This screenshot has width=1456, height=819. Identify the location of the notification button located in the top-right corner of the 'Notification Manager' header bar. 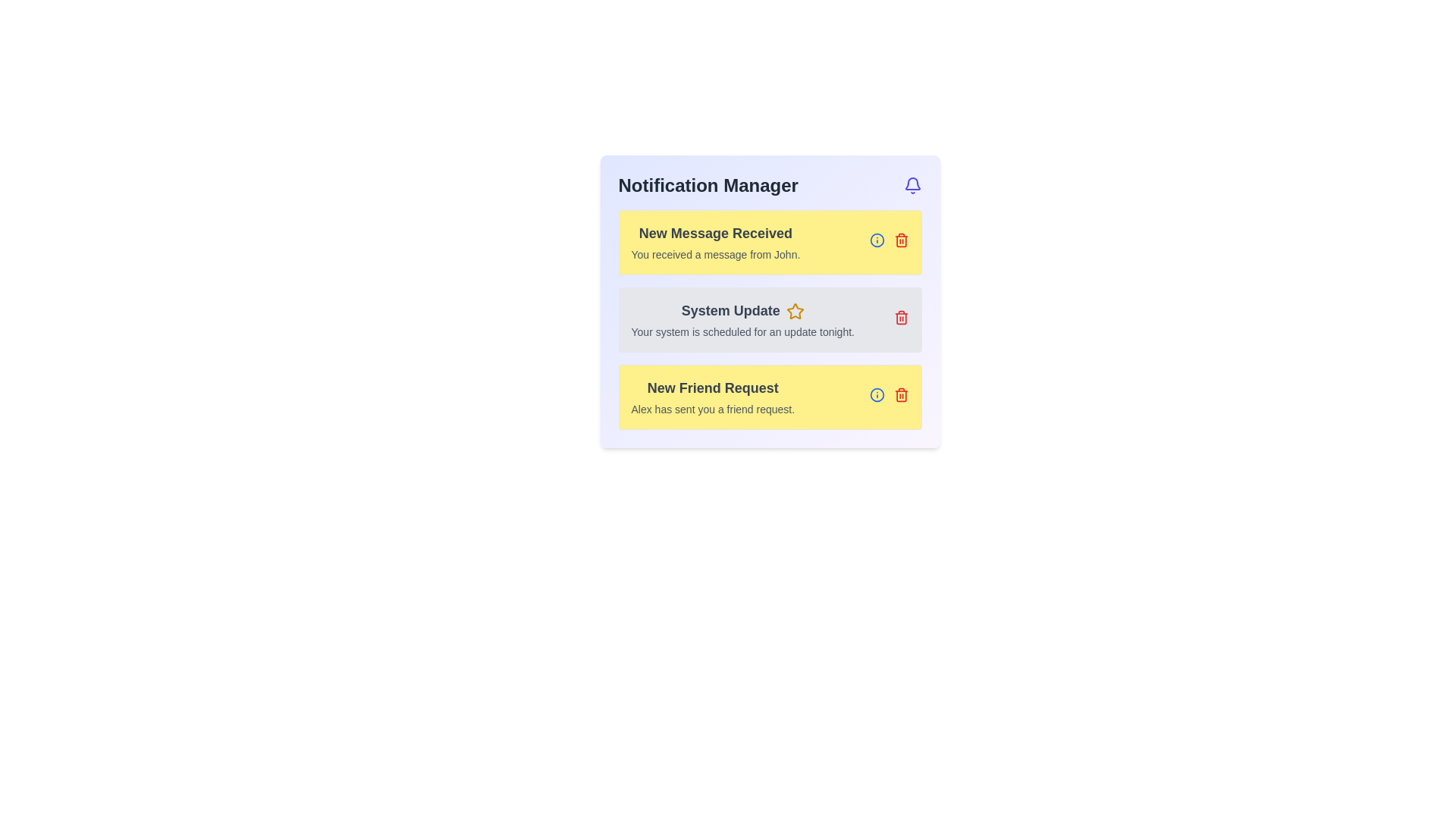
(912, 185).